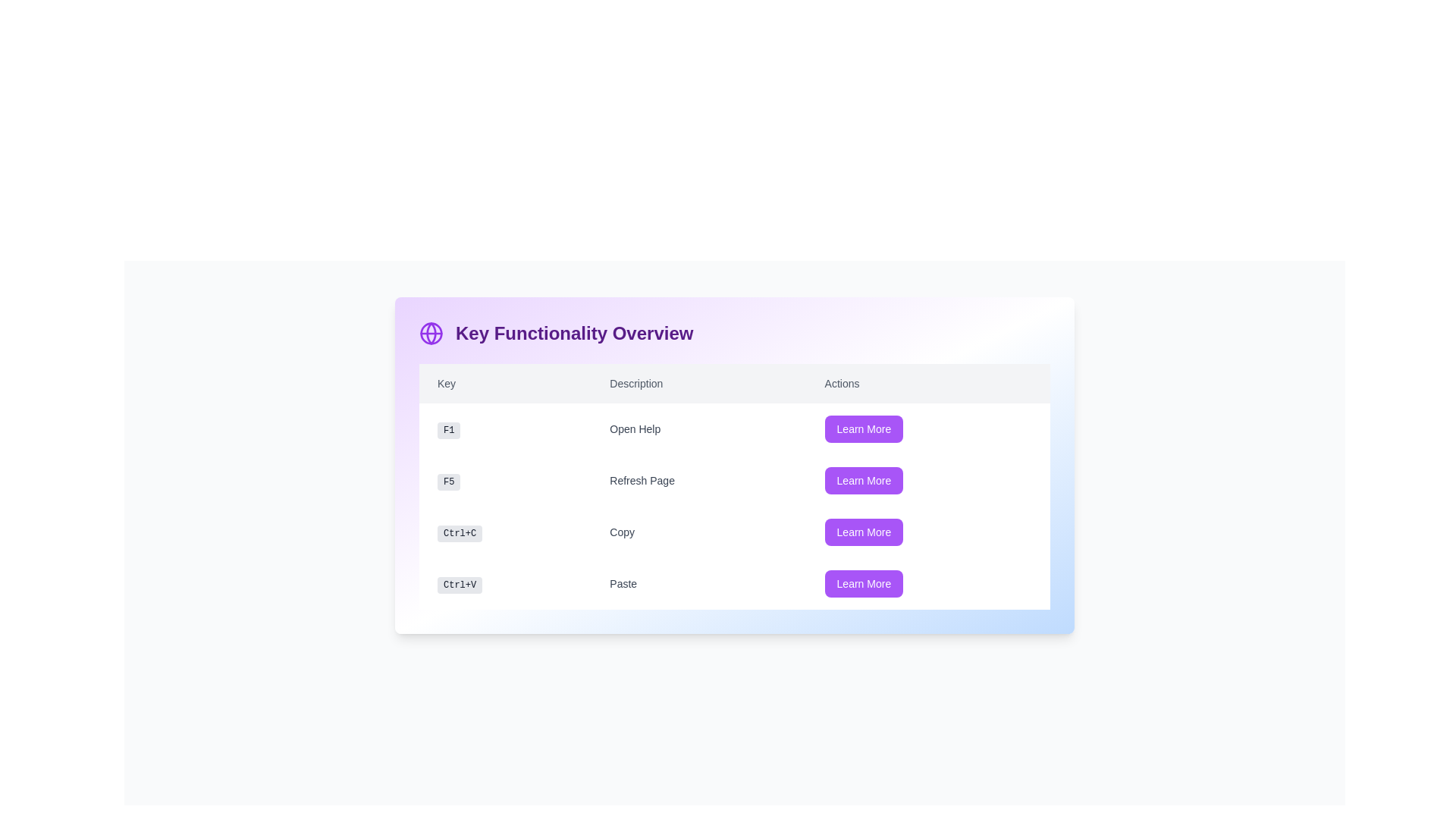  Describe the element at coordinates (698, 429) in the screenshot. I see `the text label that provides contextual information about the functionality triggered by pressing 'F1'` at that location.